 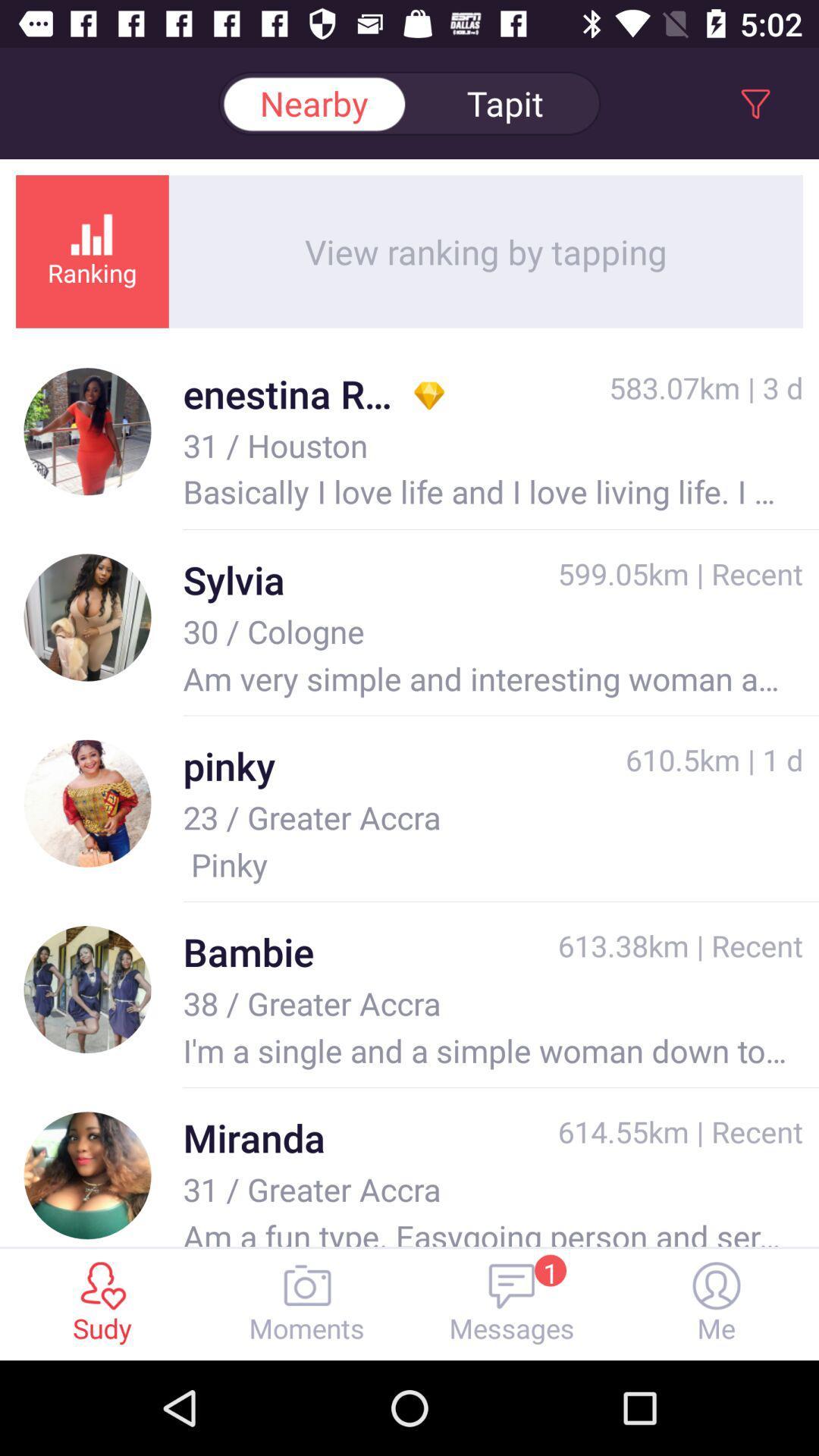 I want to click on the item to the right of nearby icon, so click(x=505, y=102).